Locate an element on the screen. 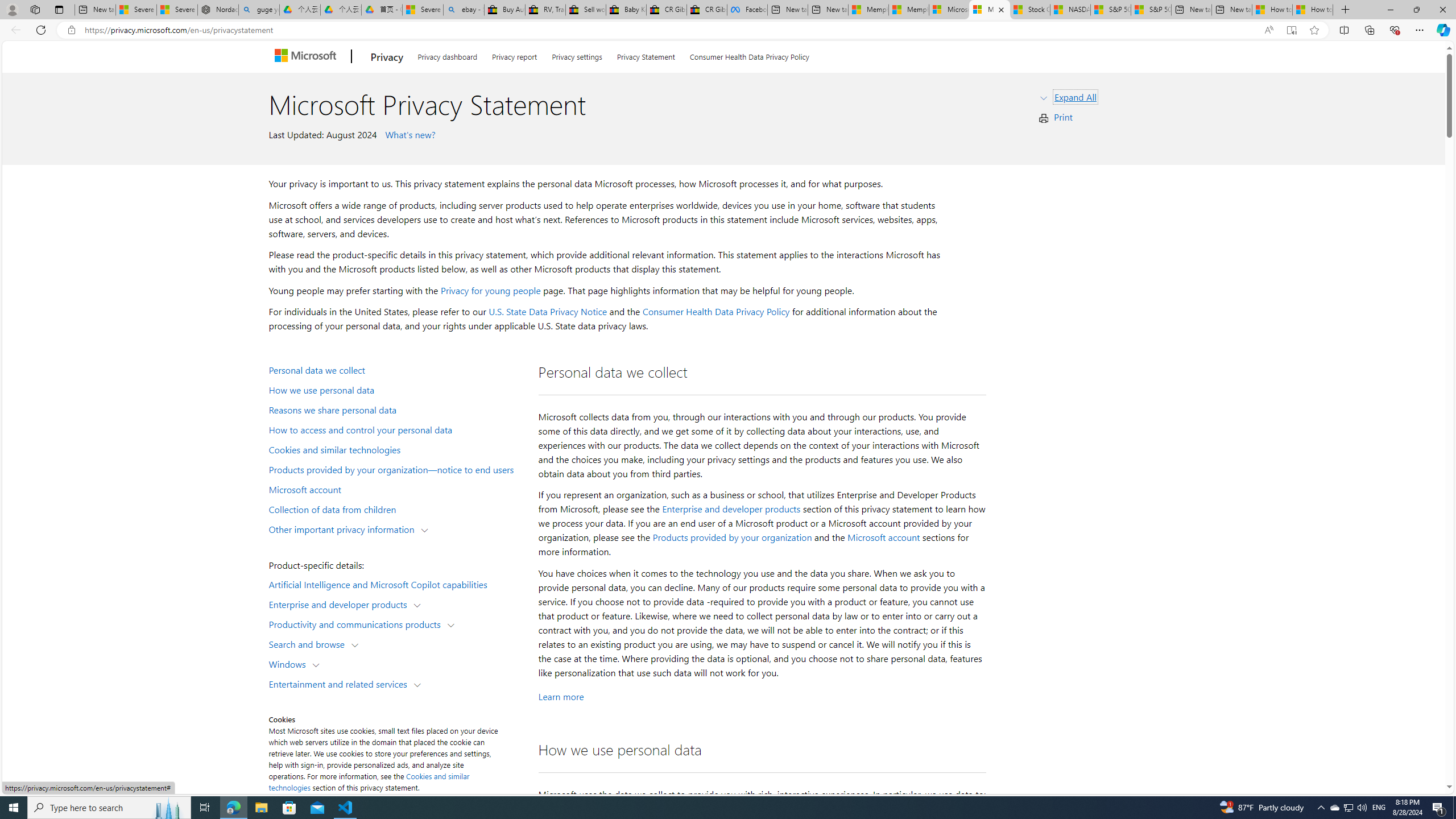 Image resolution: width=1456 pixels, height=819 pixels. 'Split screen' is located at coordinates (1345, 29).